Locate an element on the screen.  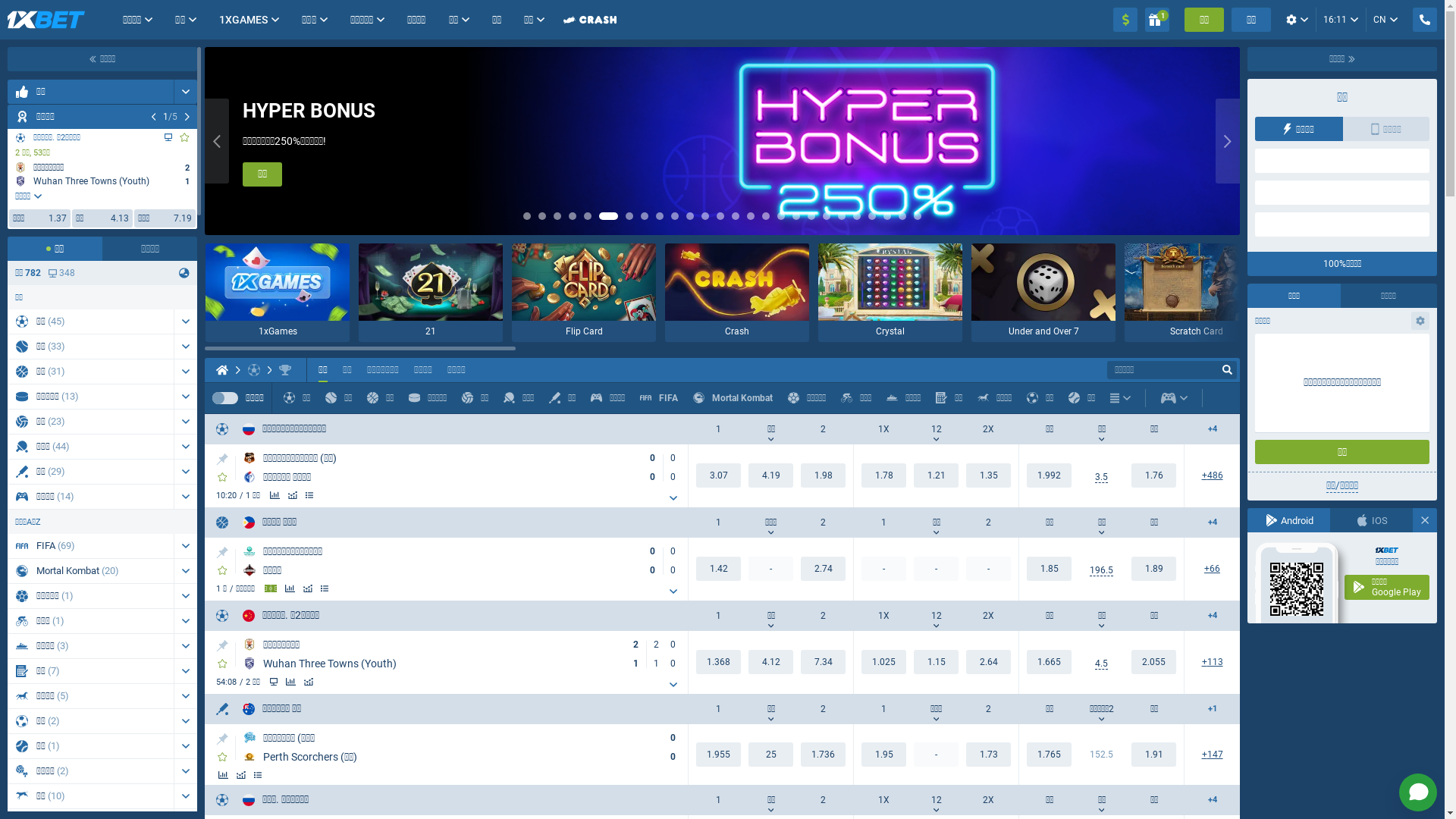
'2.625' is located at coordinates (988, 661).